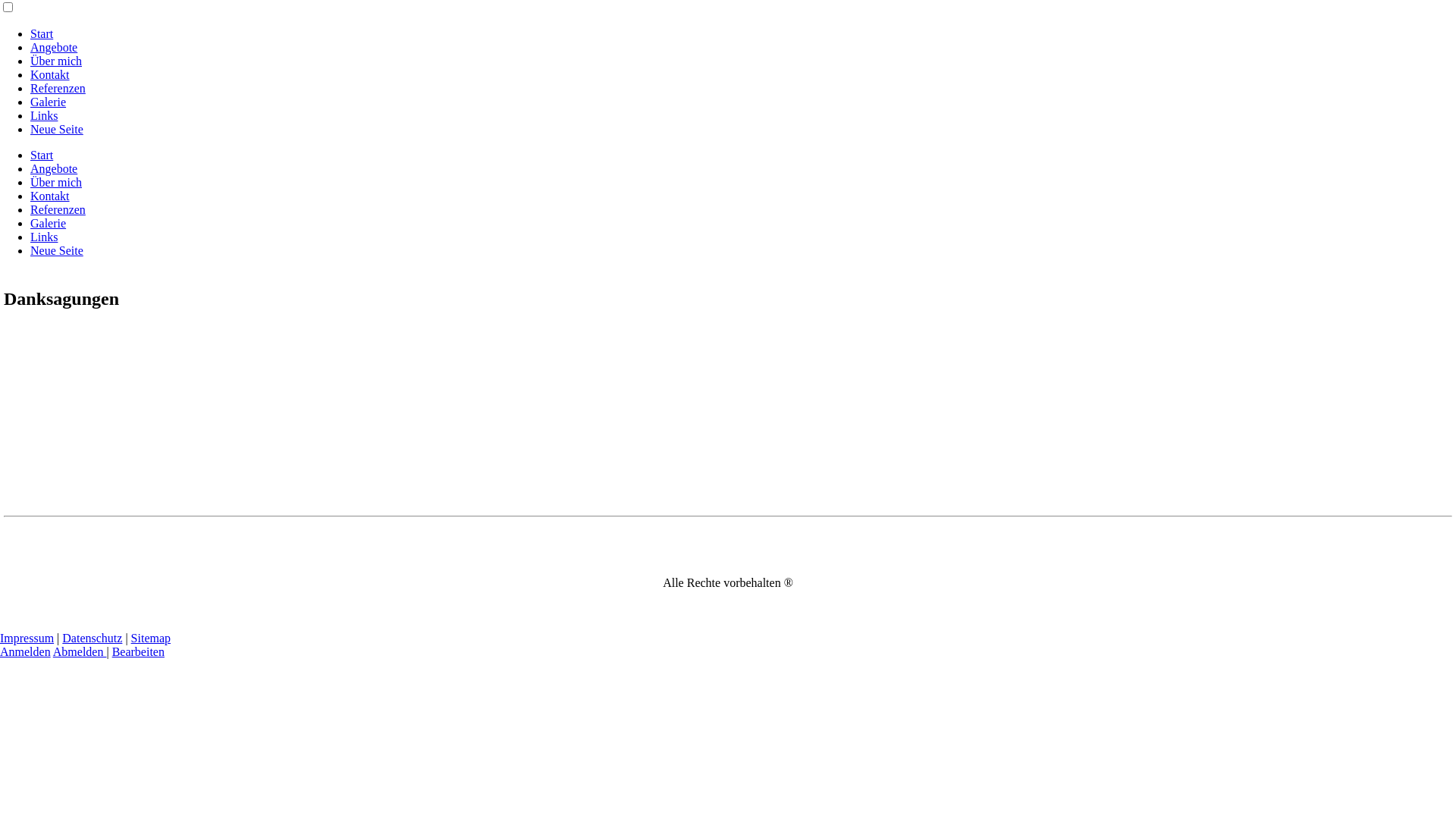 This screenshot has width=1456, height=819. I want to click on 'Referenzen', so click(58, 88).